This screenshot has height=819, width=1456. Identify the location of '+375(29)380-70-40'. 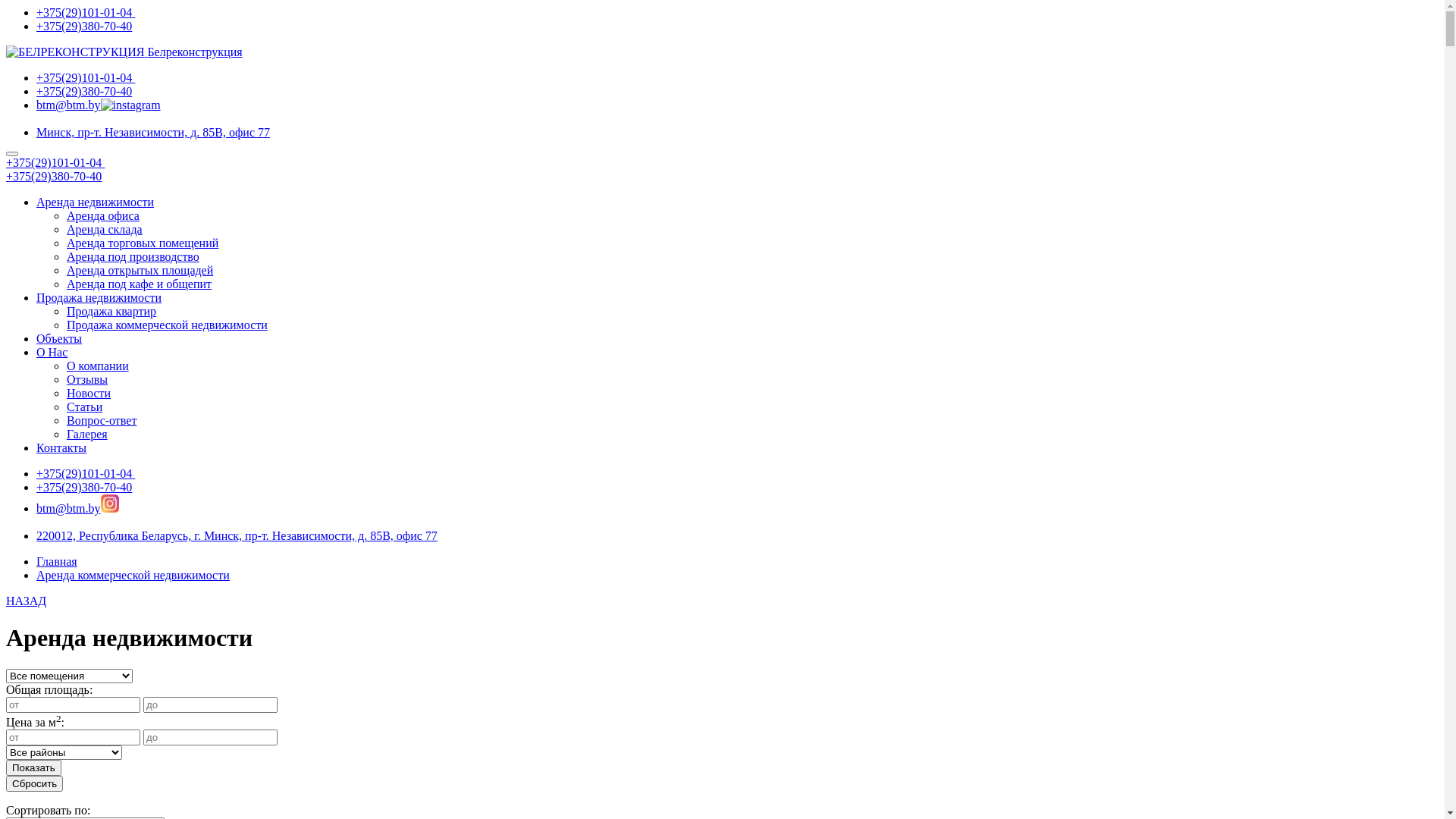
(36, 26).